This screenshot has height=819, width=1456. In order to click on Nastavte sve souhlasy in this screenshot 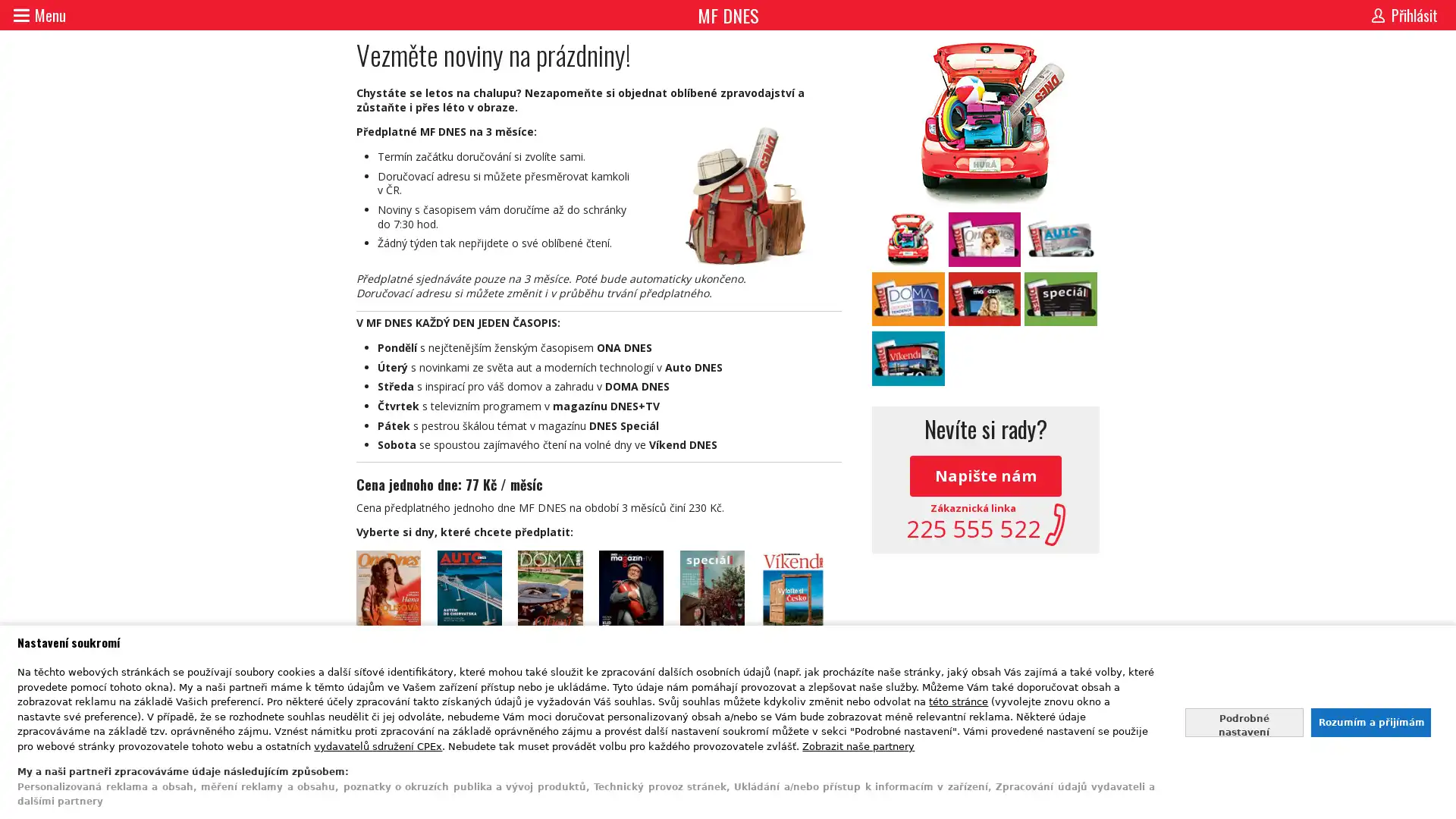, I will do `click(1244, 721)`.